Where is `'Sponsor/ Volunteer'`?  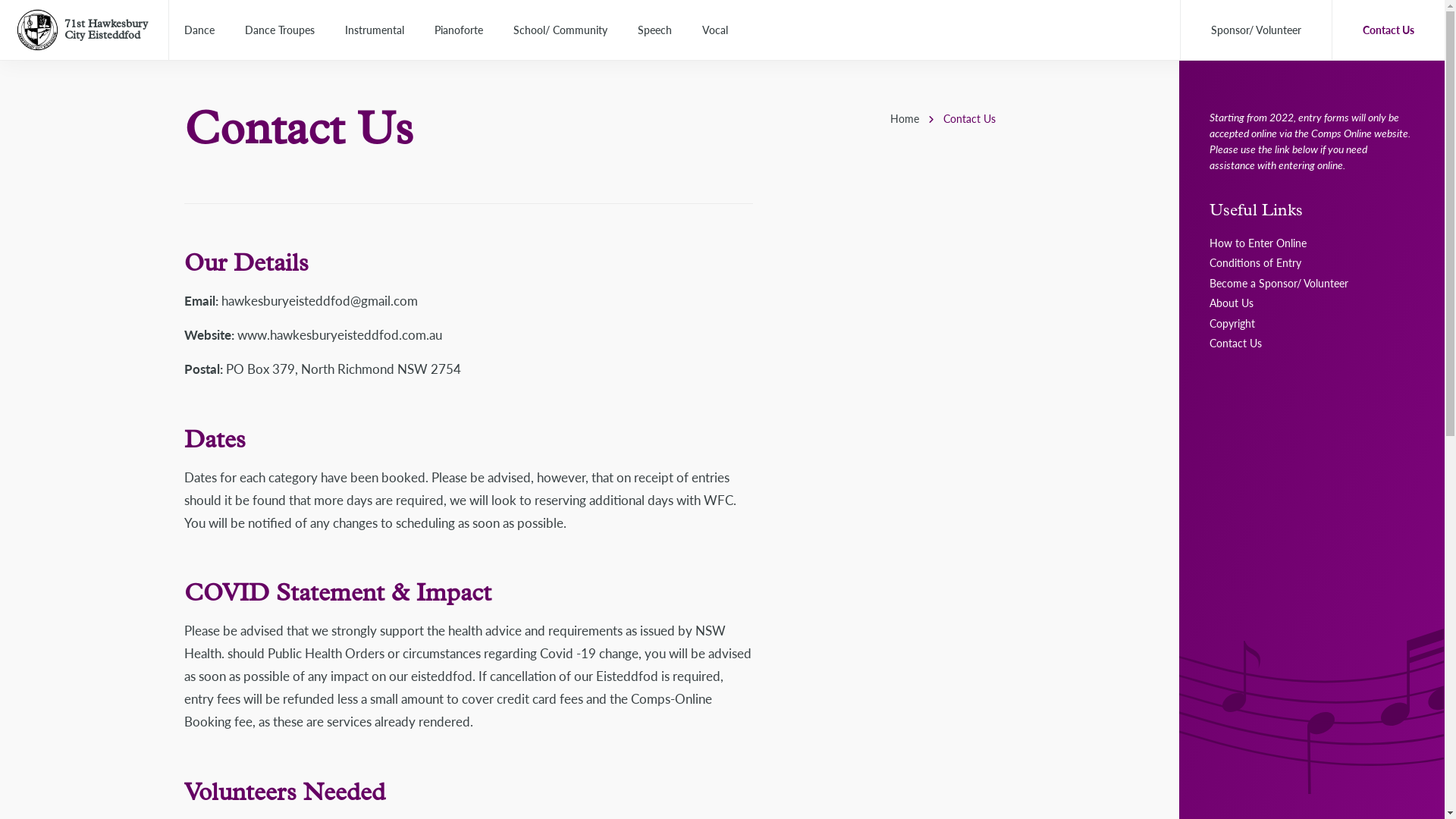
'Sponsor/ Volunteer' is located at coordinates (1256, 30).